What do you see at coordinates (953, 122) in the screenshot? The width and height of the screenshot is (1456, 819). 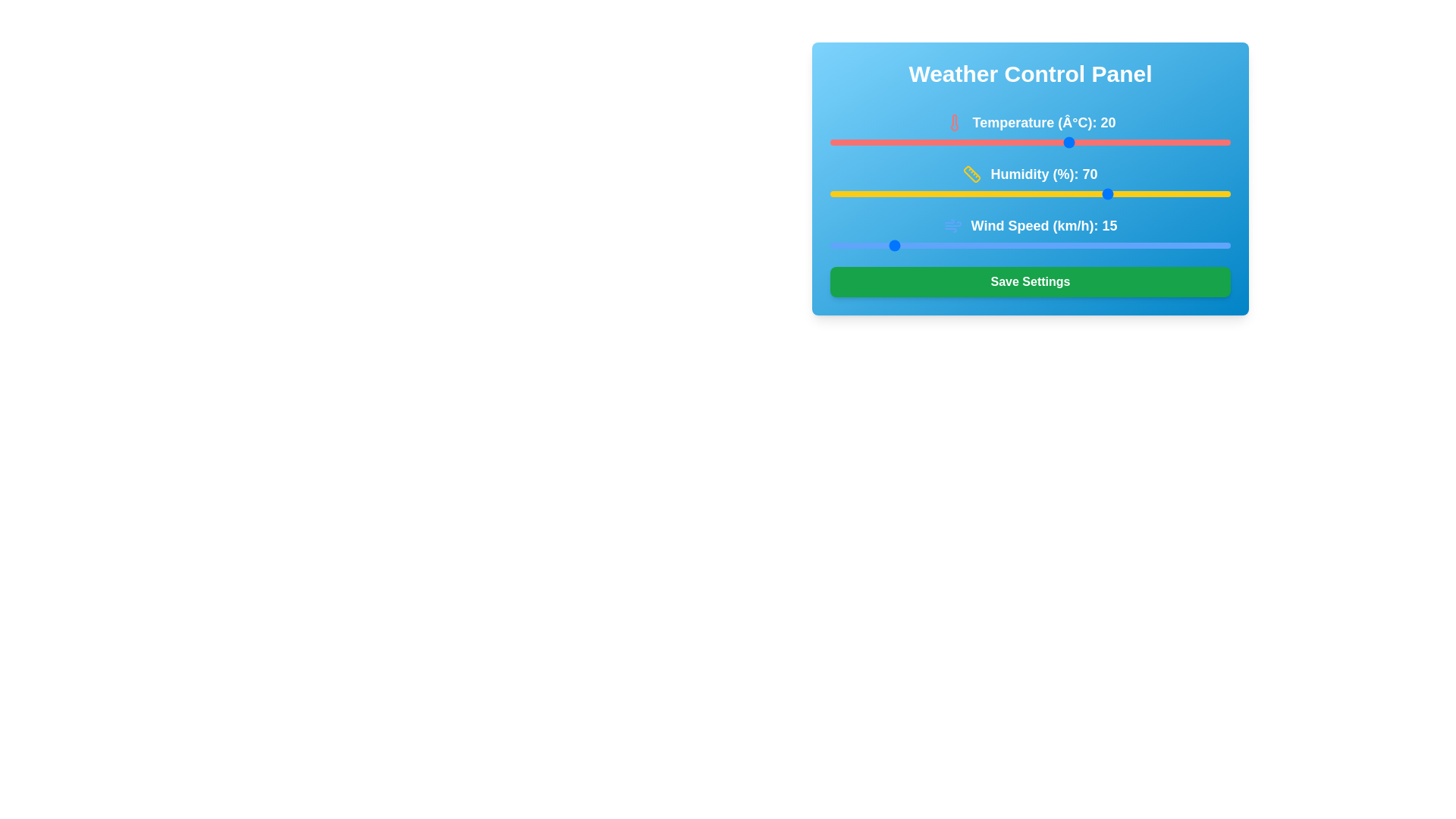 I see `the decorative temperature icon located in the top-left part of the 'Weather Control Panel', next to the 'Temperature (°C): 20' text` at bounding box center [953, 122].